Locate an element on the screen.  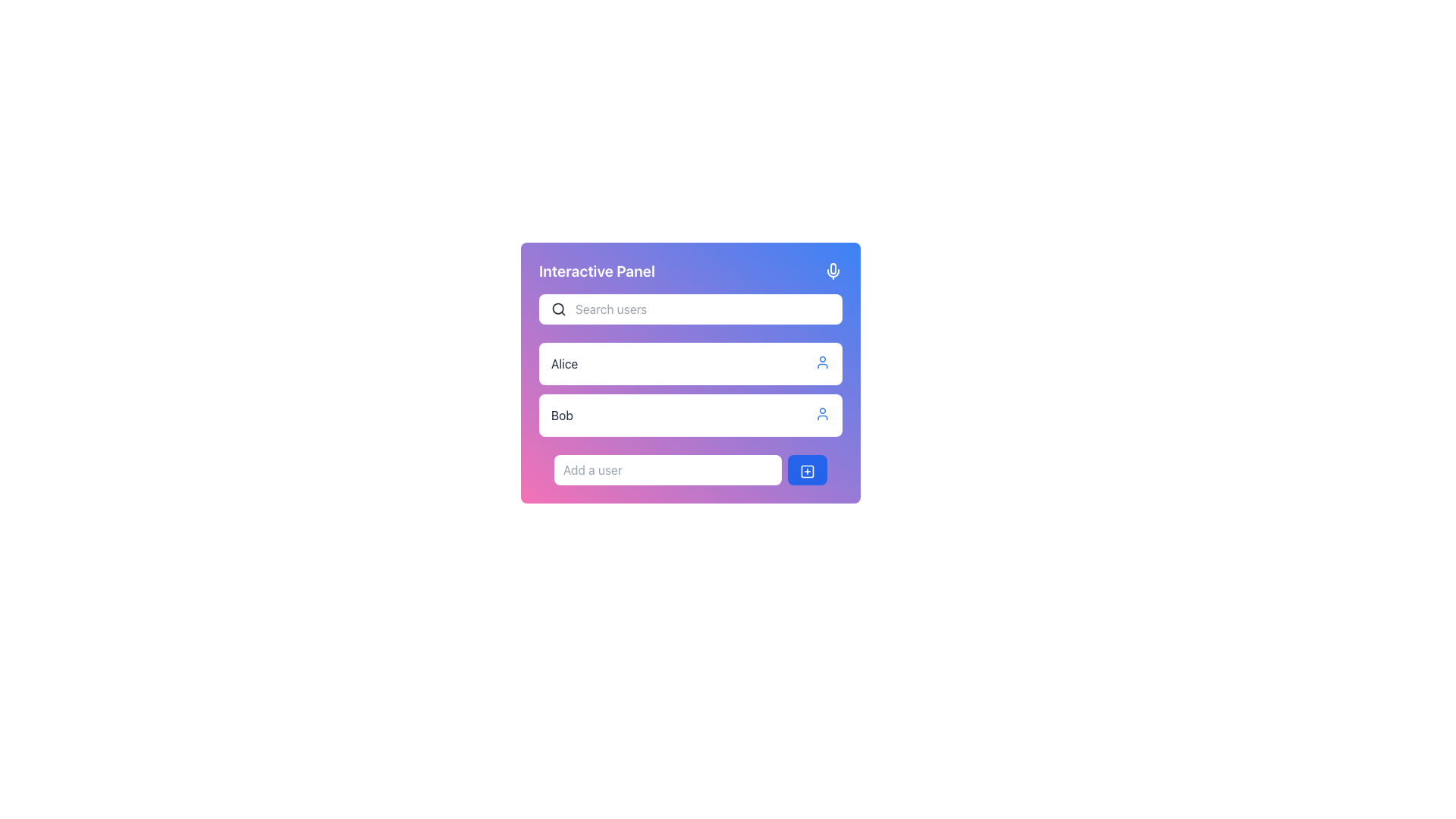
the user icon located on the right side of the panel labeled 'Alice', near the top-right corner of the panel is located at coordinates (821, 362).